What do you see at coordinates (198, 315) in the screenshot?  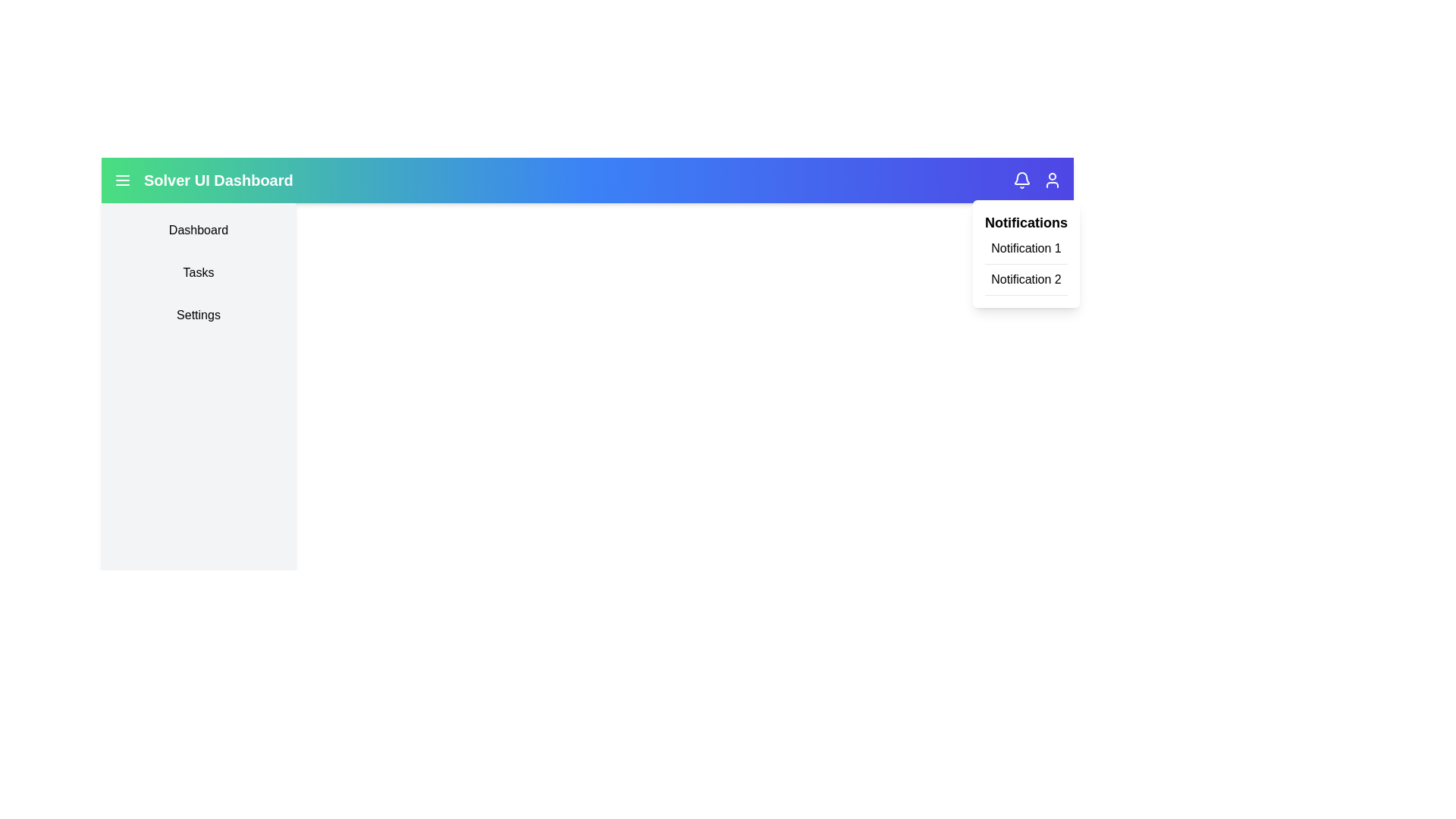 I see `the 'Settings' button located in the vertical menu list` at bounding box center [198, 315].